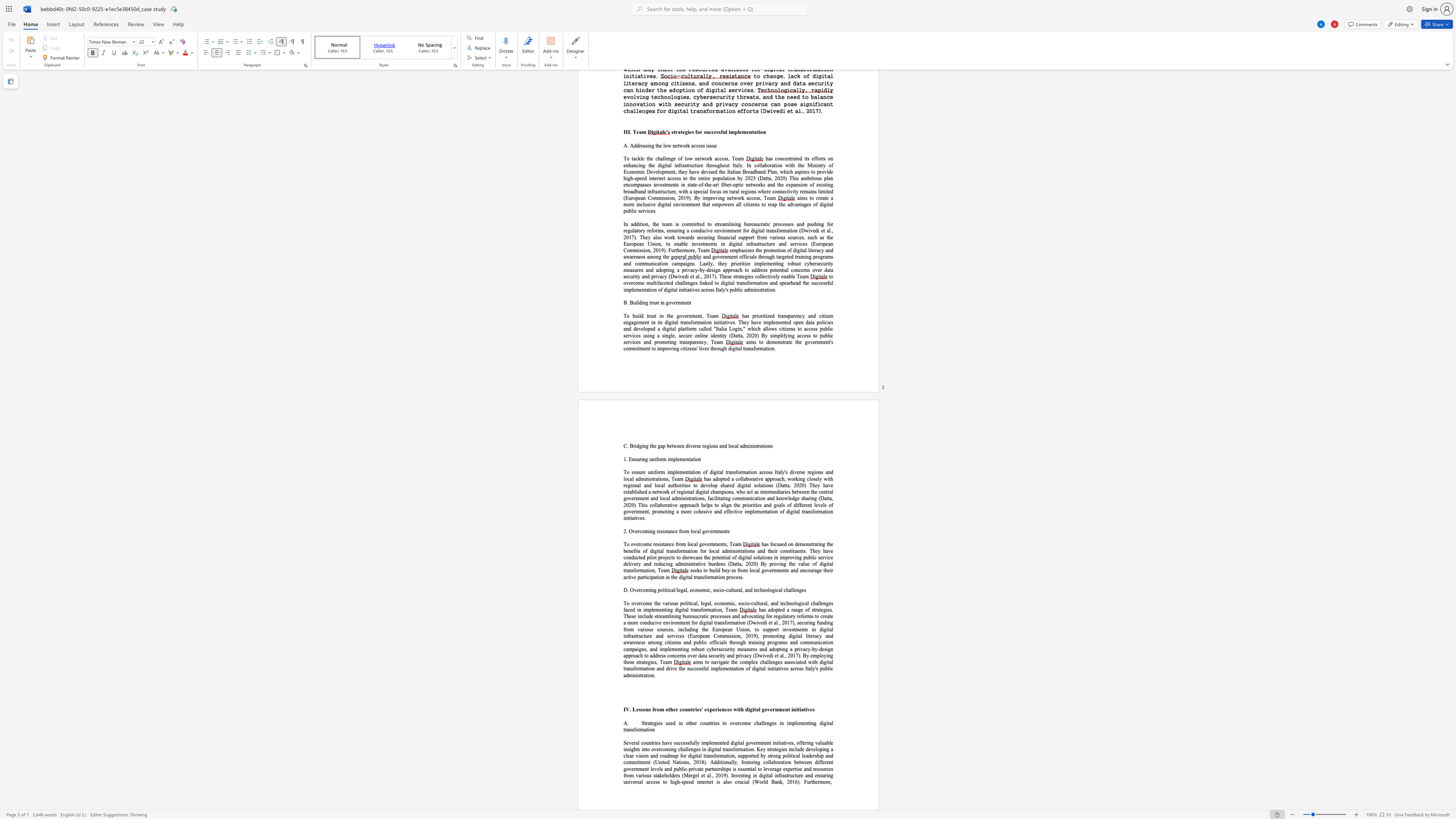  Describe the element at coordinates (803, 543) in the screenshot. I see `the subset text "ons" within the text "demonstrating"` at that location.